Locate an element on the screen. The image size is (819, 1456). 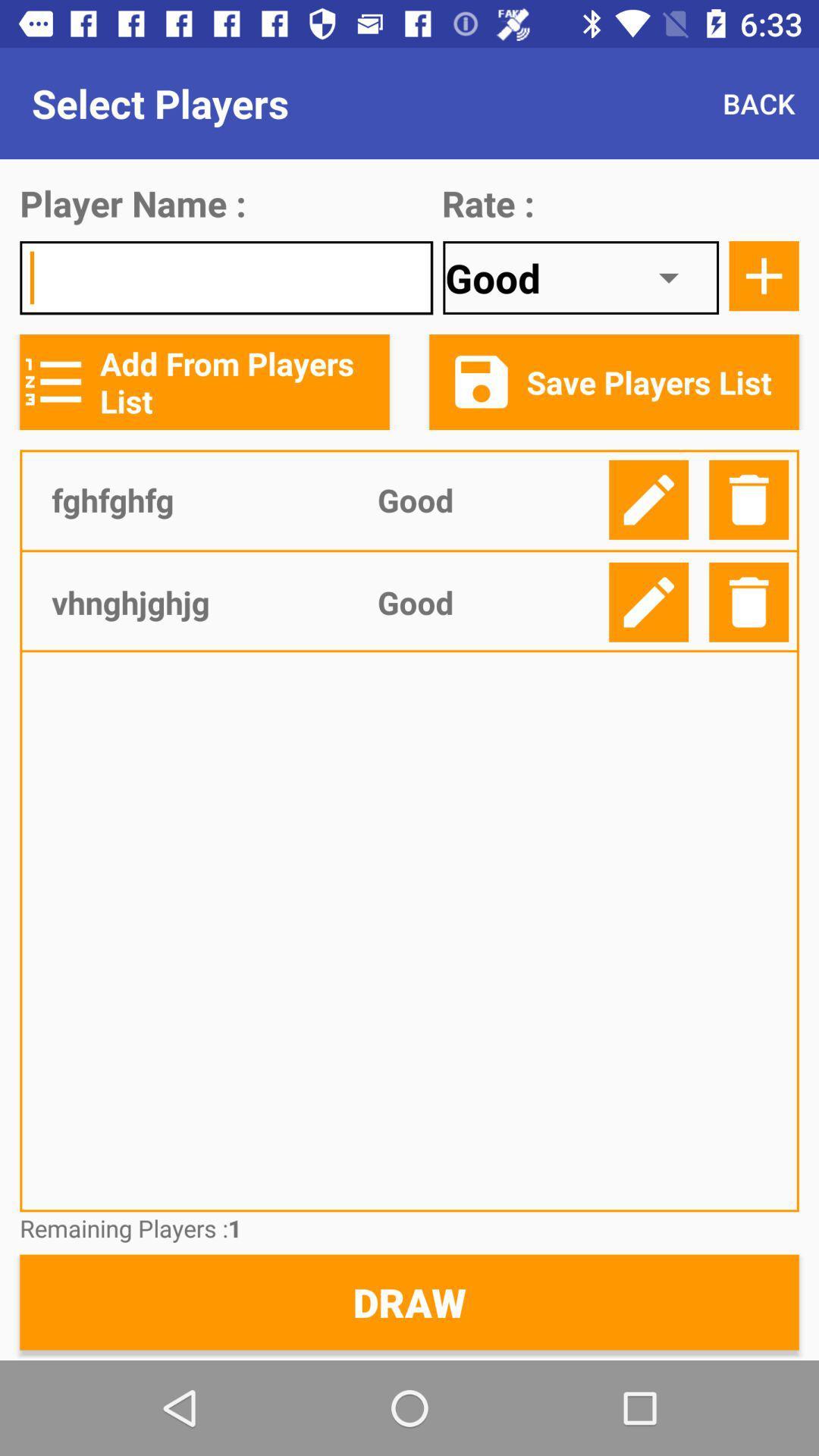
edit is located at coordinates (648, 601).